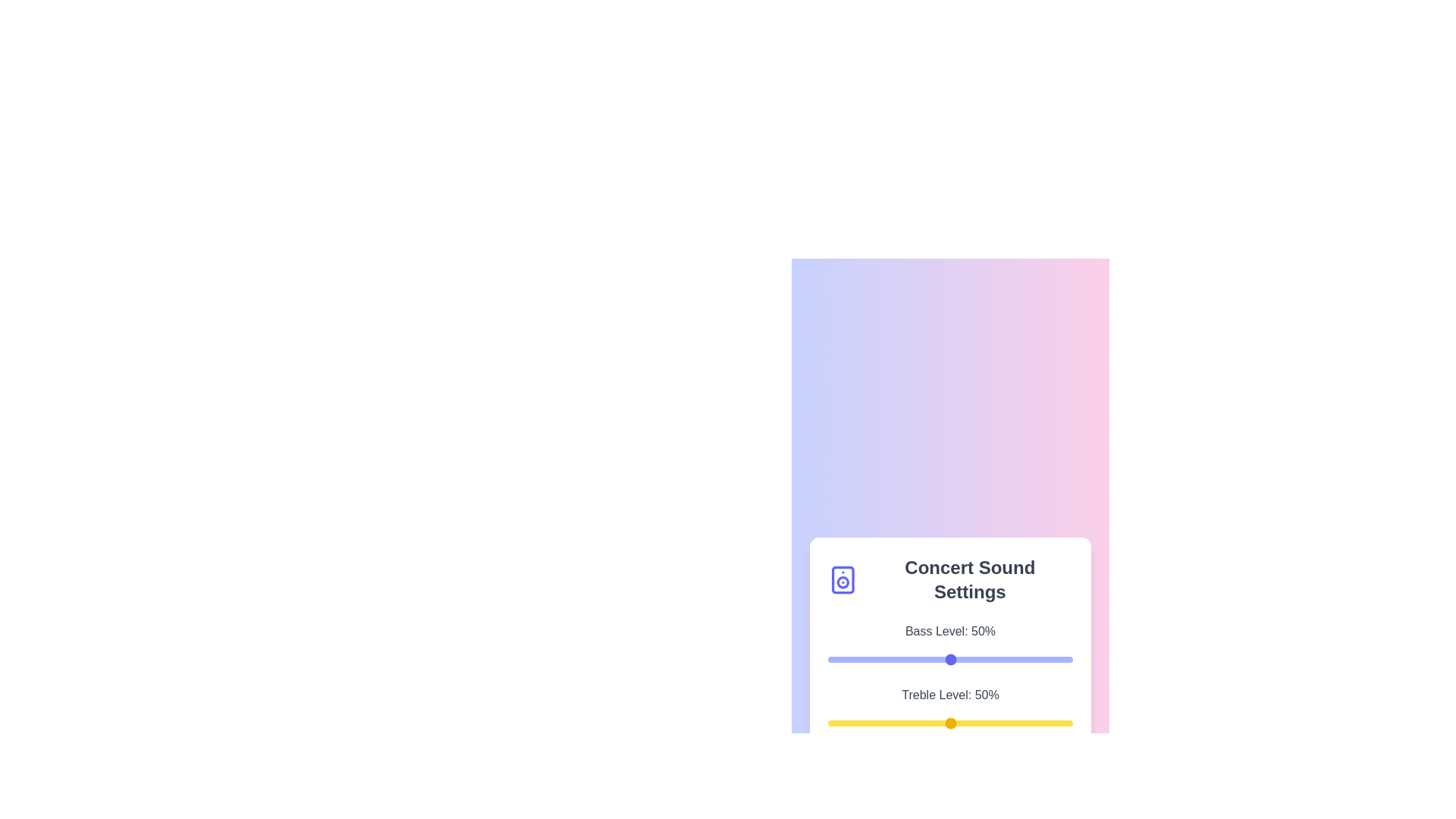  I want to click on the bass level slider to 17%, so click(869, 659).